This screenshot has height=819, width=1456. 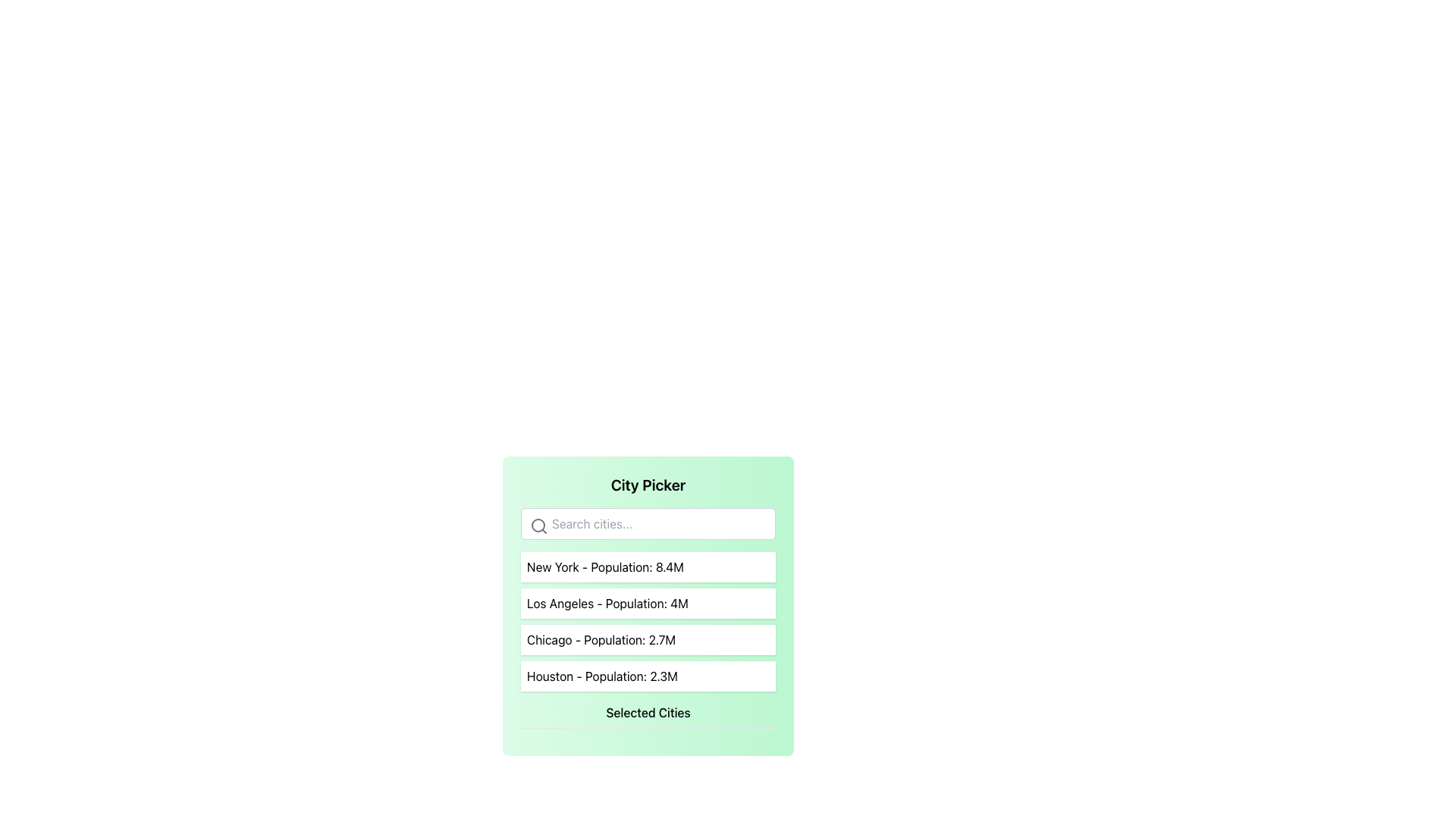 What do you see at coordinates (648, 485) in the screenshot?
I see `the 'City Picker' header text, which is displayed in bold and extra-large size at the top of its content card with a light green gradient background` at bounding box center [648, 485].